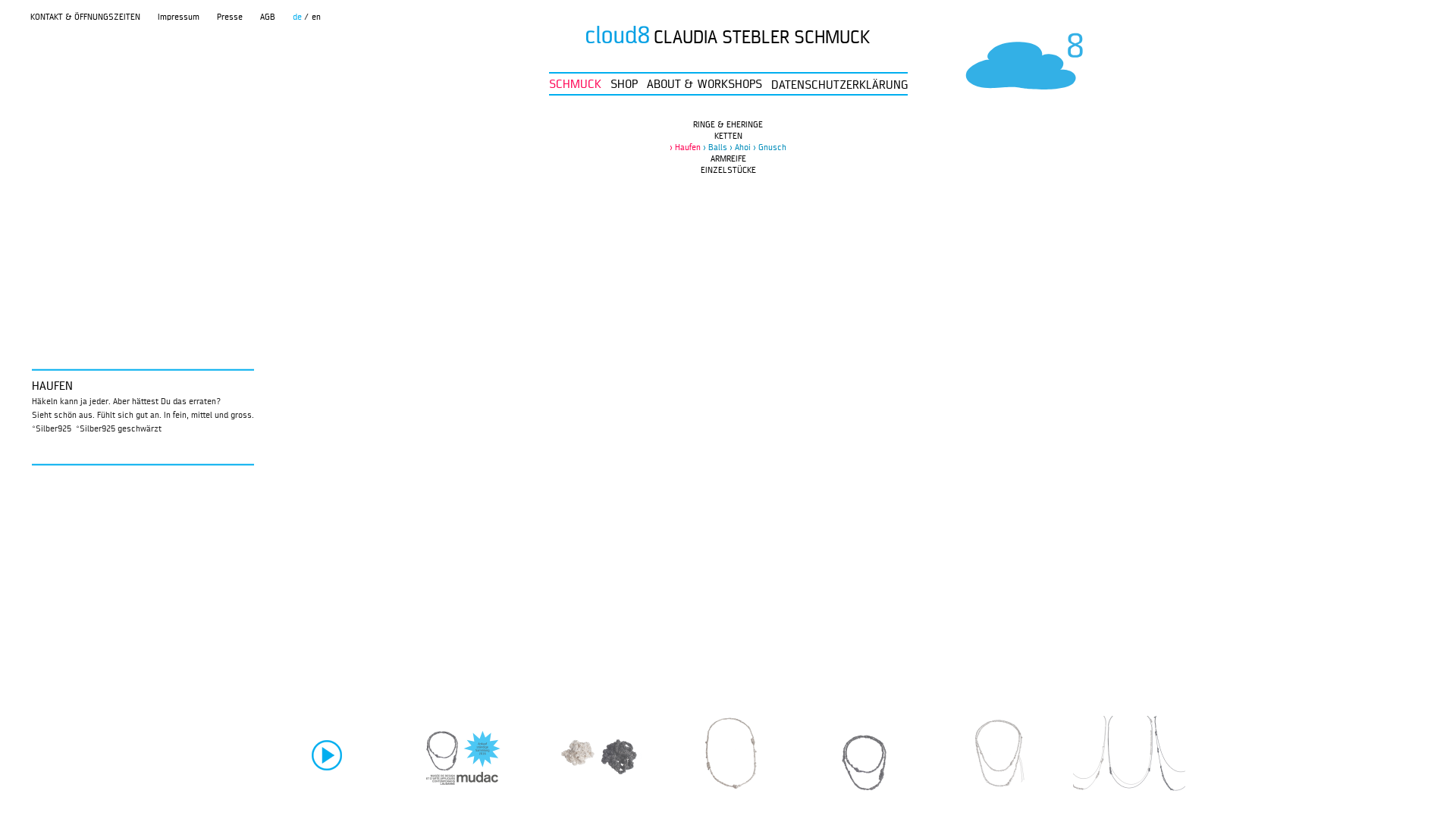 This screenshot has height=819, width=1456. I want to click on 'Balls', so click(714, 148).